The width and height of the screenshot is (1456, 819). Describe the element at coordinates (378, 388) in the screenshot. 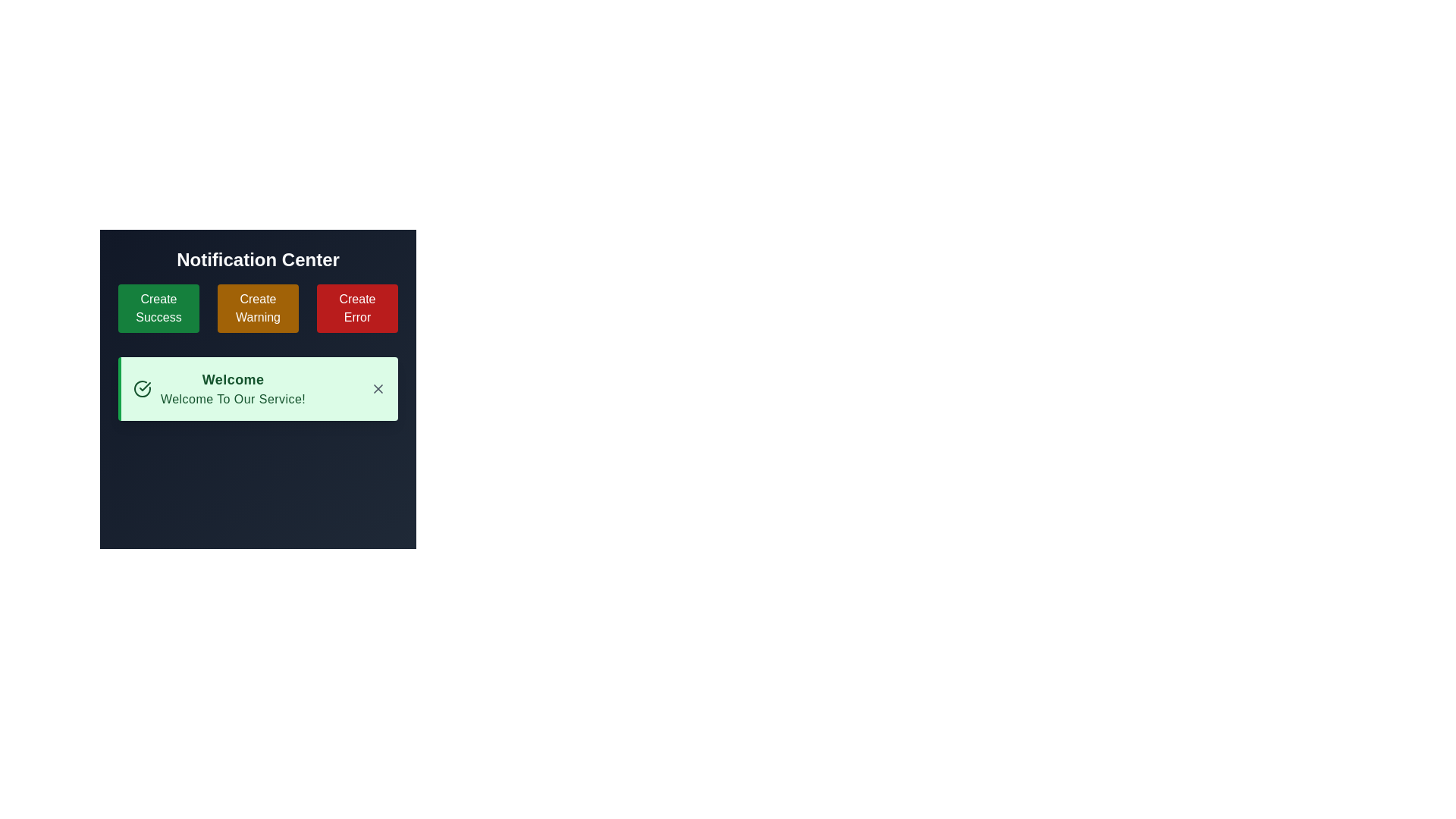

I see `the close or dismiss icon (X icon) within the 'Welcome' notification box` at that location.